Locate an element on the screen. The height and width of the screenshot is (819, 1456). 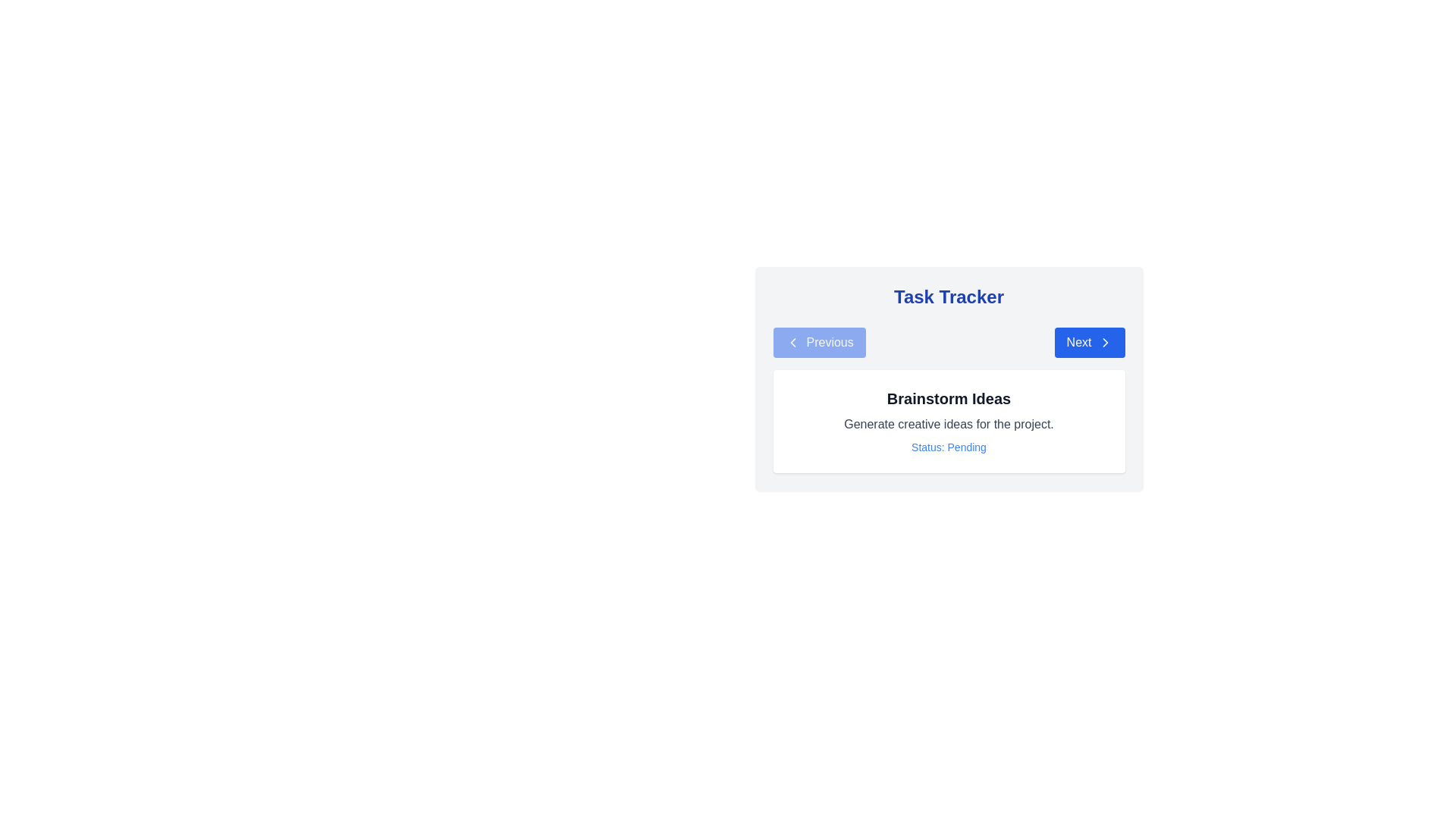
the task display card in the task tracker system, which provides information about a task such as its title, description, and current status is located at coordinates (948, 378).